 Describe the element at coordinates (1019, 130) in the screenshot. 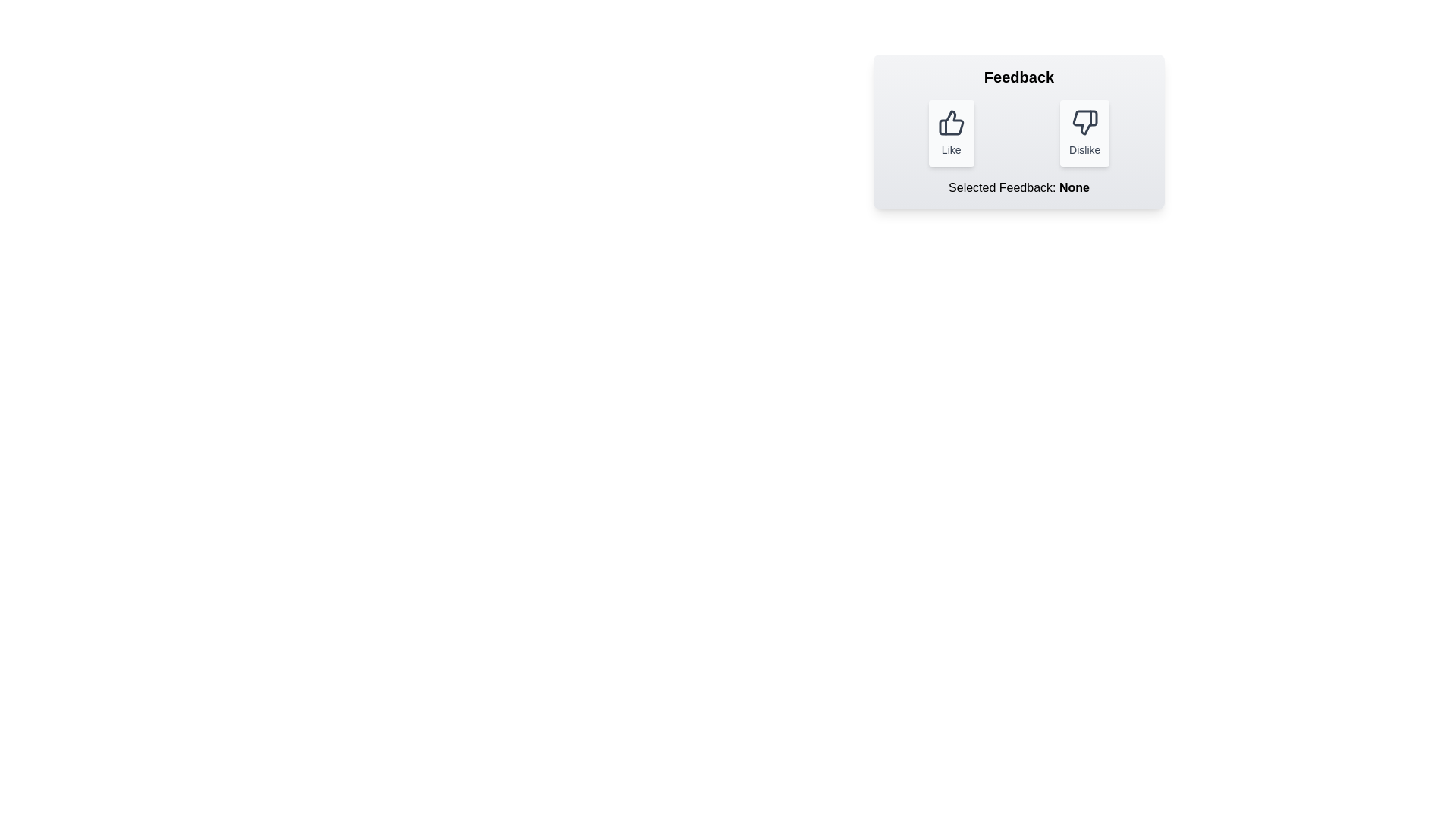

I see `the container to inspect its layout and styling` at that location.